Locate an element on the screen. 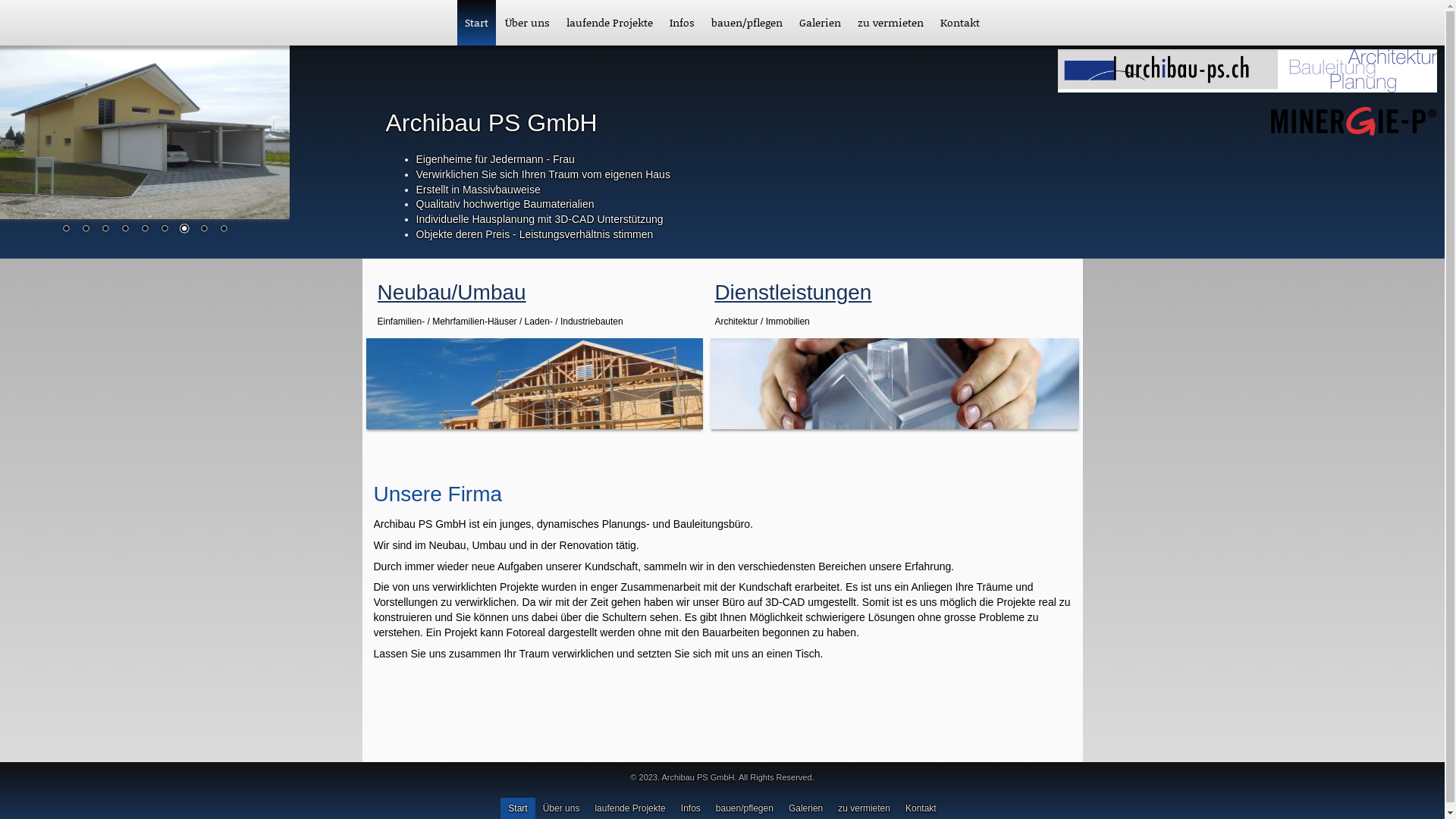 The image size is (1456, 819). '3' is located at coordinates (105, 230).